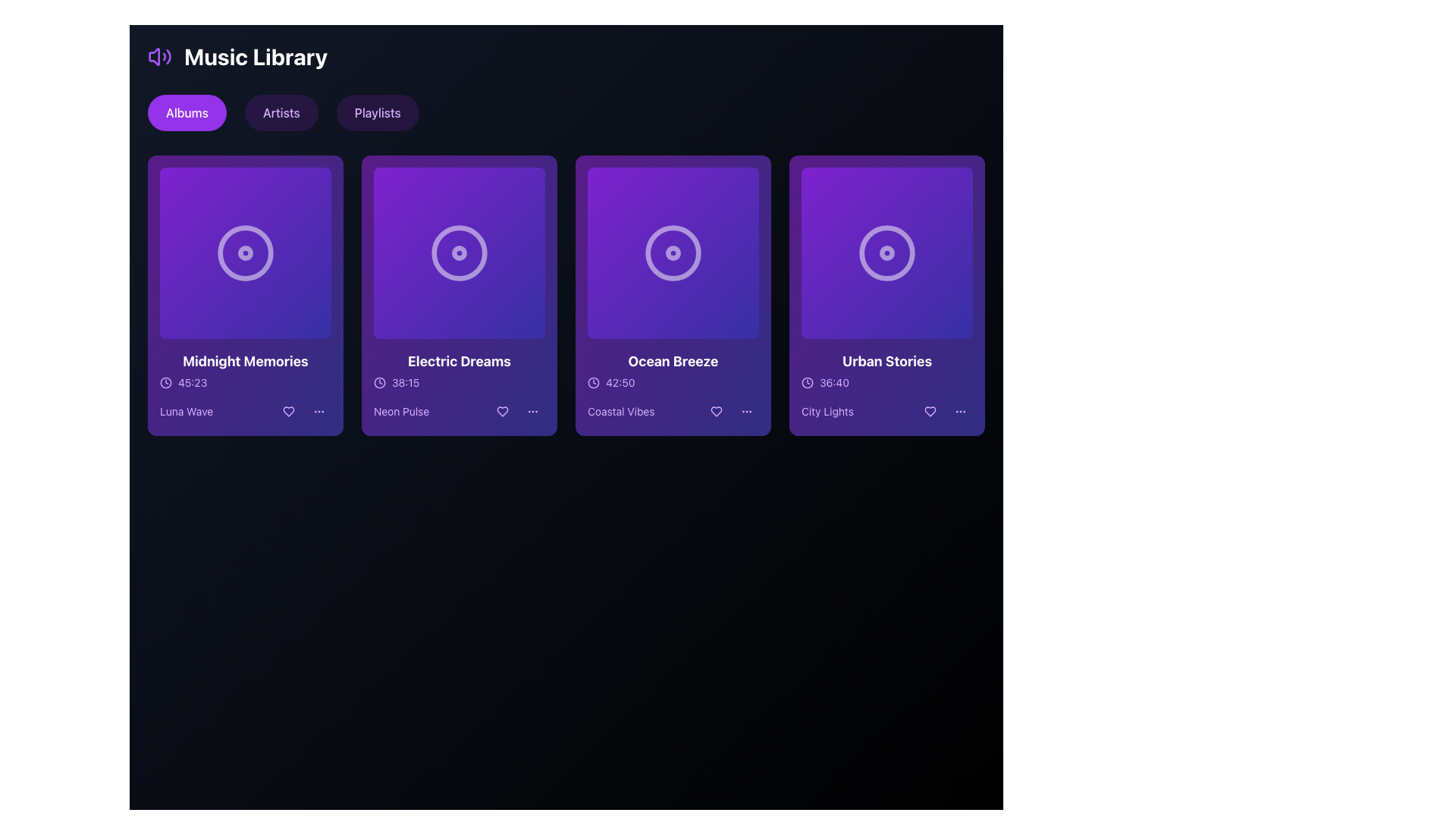 This screenshot has height=819, width=1456. I want to click on the favorite icon located at the bottom-right corner of the 'Electric Dreams' card, so click(502, 412).